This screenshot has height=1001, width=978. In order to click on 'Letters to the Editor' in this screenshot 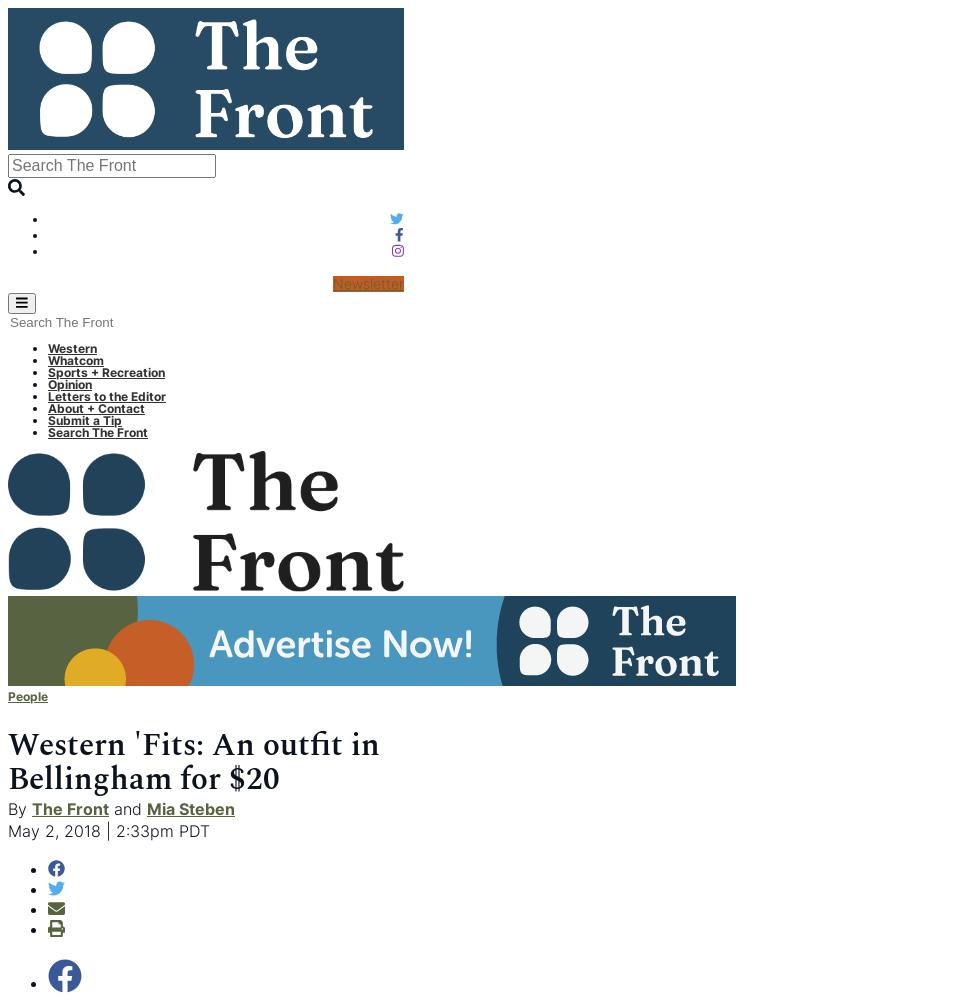, I will do `click(48, 394)`.